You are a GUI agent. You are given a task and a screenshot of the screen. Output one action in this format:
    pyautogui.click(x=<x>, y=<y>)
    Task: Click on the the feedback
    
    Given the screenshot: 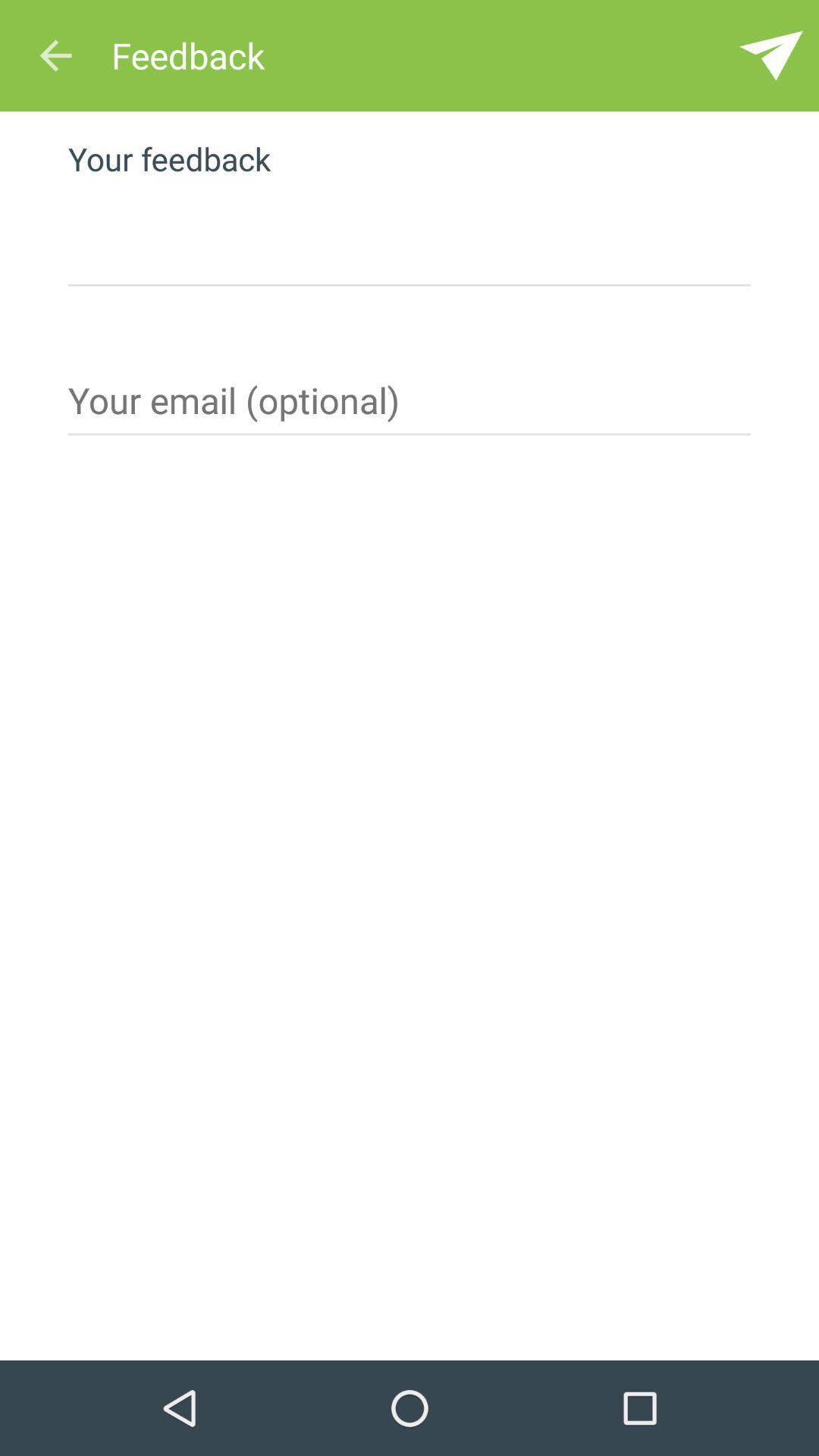 What is the action you would take?
    pyautogui.click(x=409, y=235)
    